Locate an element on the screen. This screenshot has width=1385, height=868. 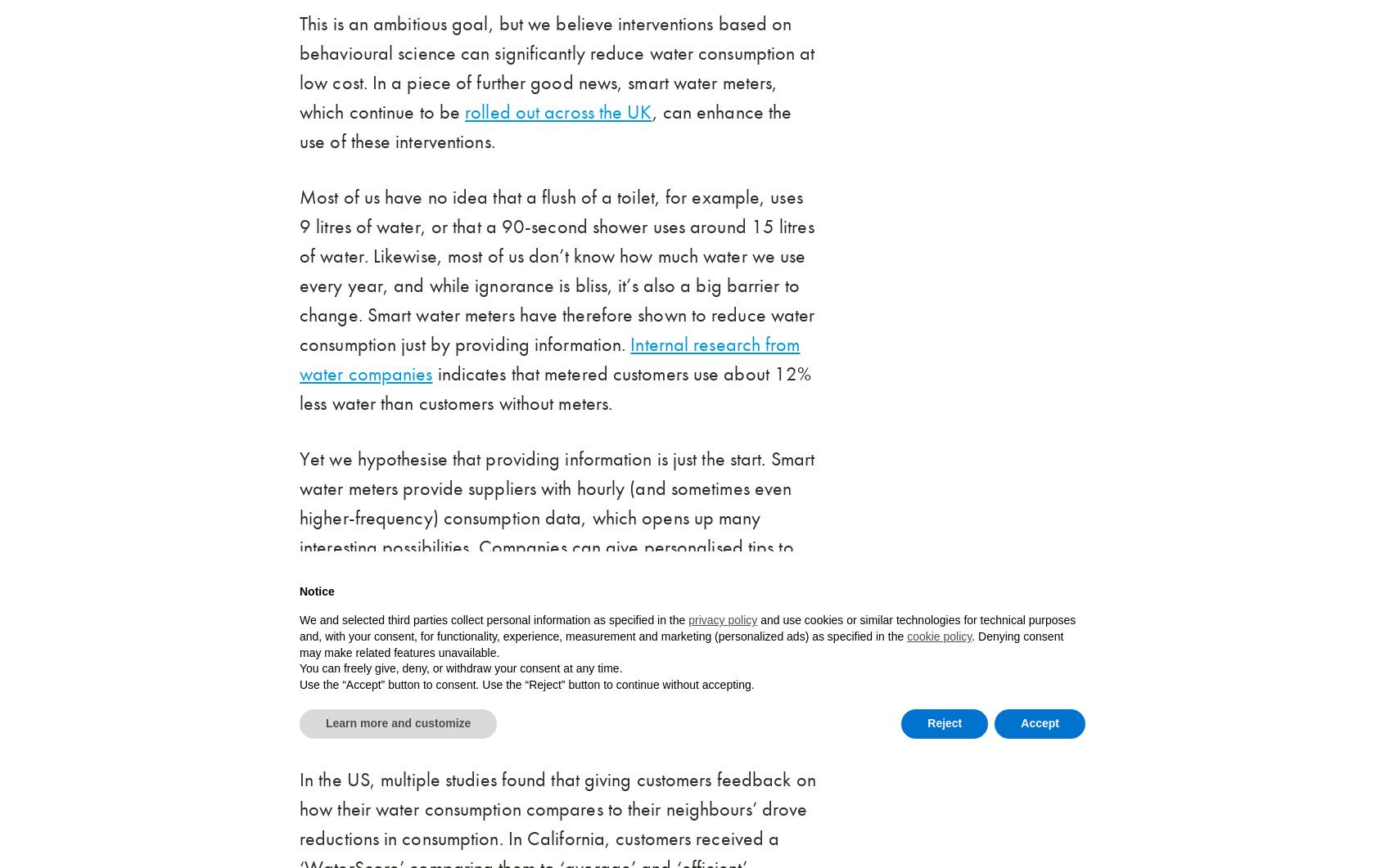
'indicates that metered customers use about 12% less water than customers without meters.' is located at coordinates (555, 389).